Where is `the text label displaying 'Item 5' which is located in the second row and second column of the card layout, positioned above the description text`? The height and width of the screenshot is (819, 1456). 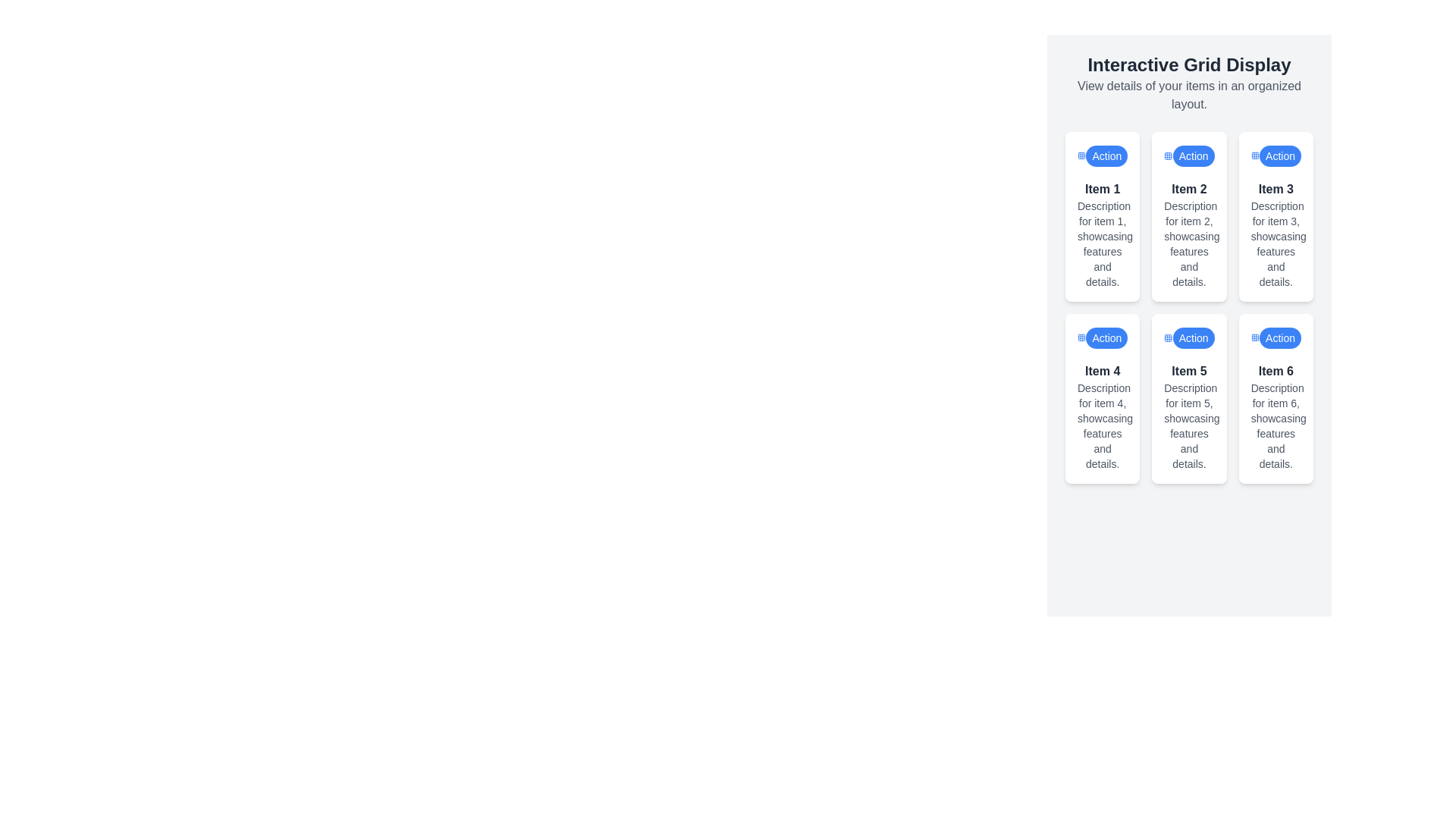 the text label displaying 'Item 5' which is located in the second row and second column of the card layout, positioned above the description text is located at coordinates (1188, 371).